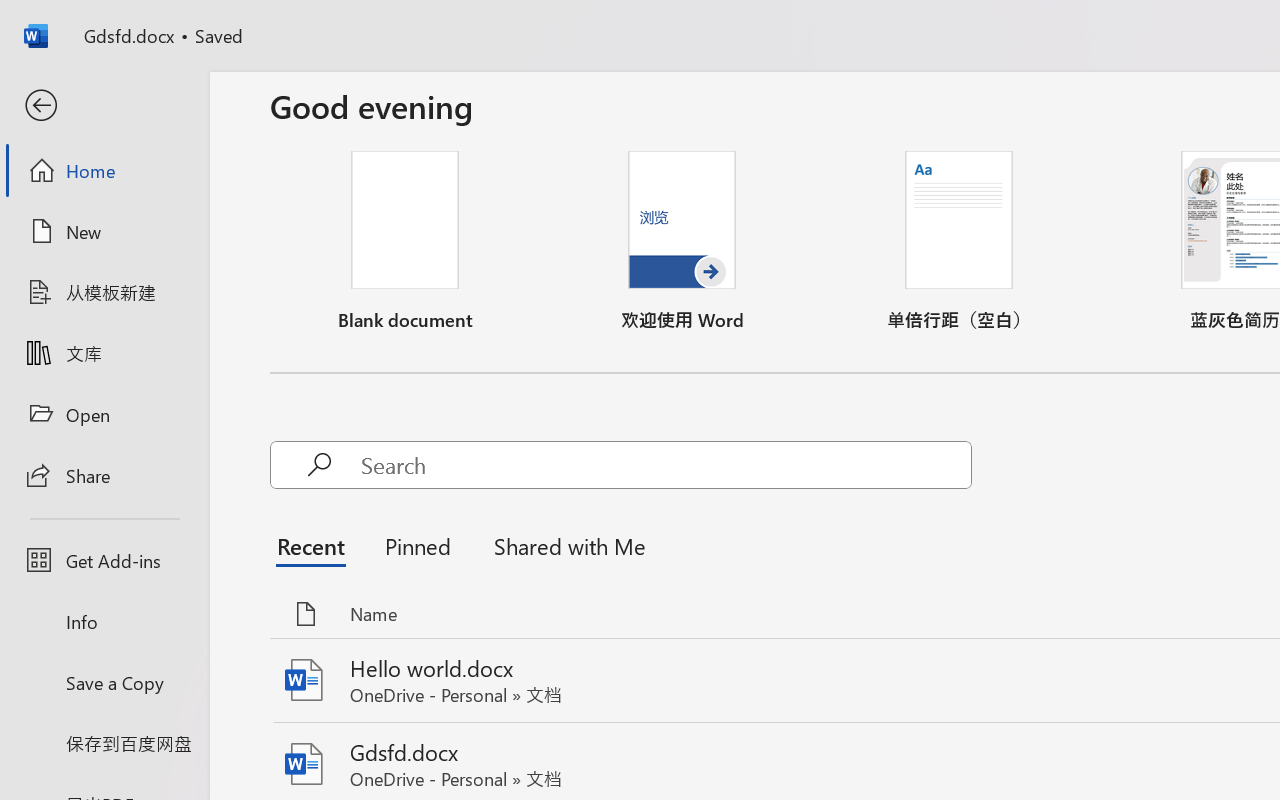 The height and width of the screenshot is (800, 1280). I want to click on 'Save a Copy', so click(103, 682).